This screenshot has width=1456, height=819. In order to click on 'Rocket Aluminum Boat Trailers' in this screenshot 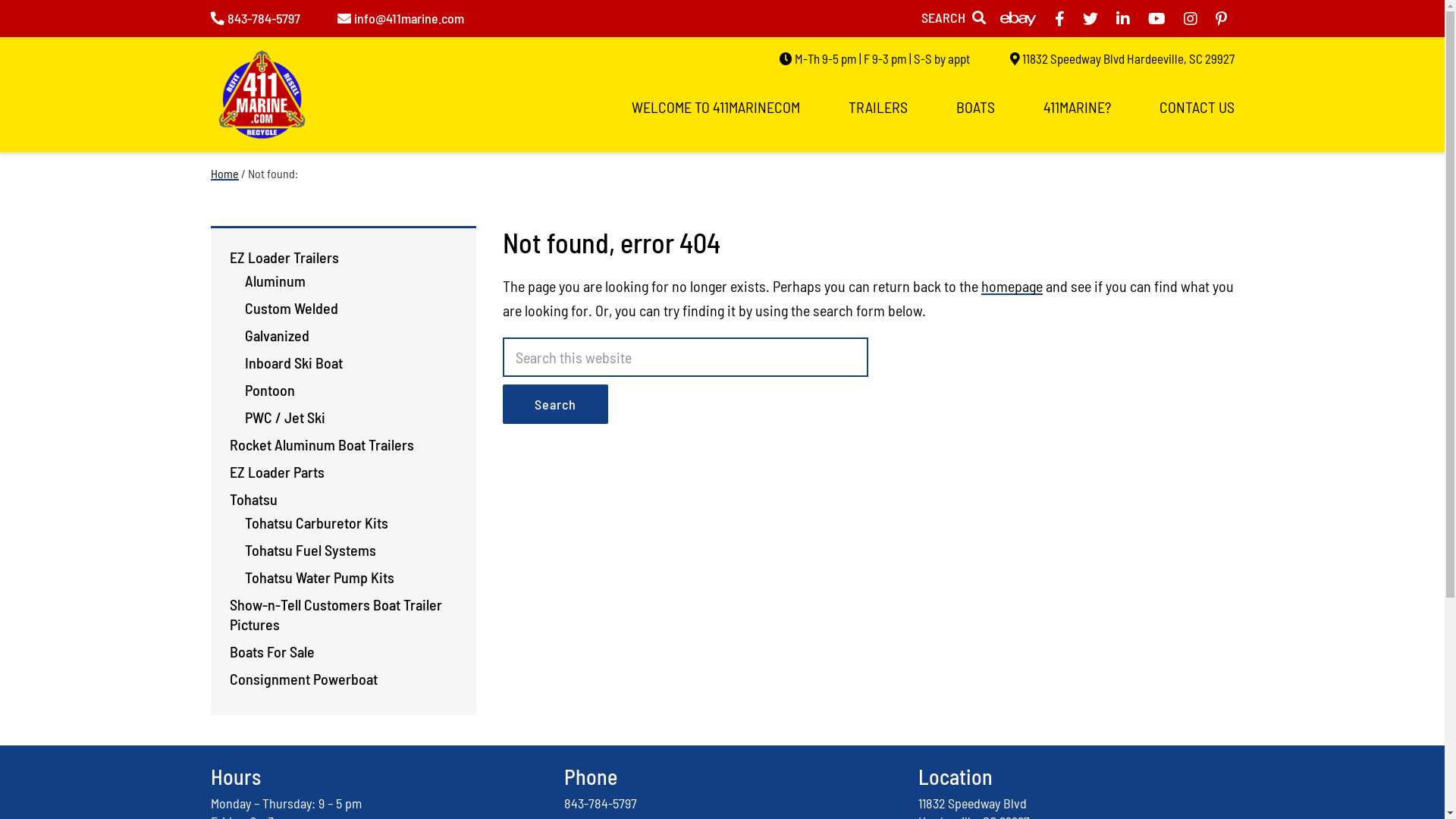, I will do `click(228, 444)`.